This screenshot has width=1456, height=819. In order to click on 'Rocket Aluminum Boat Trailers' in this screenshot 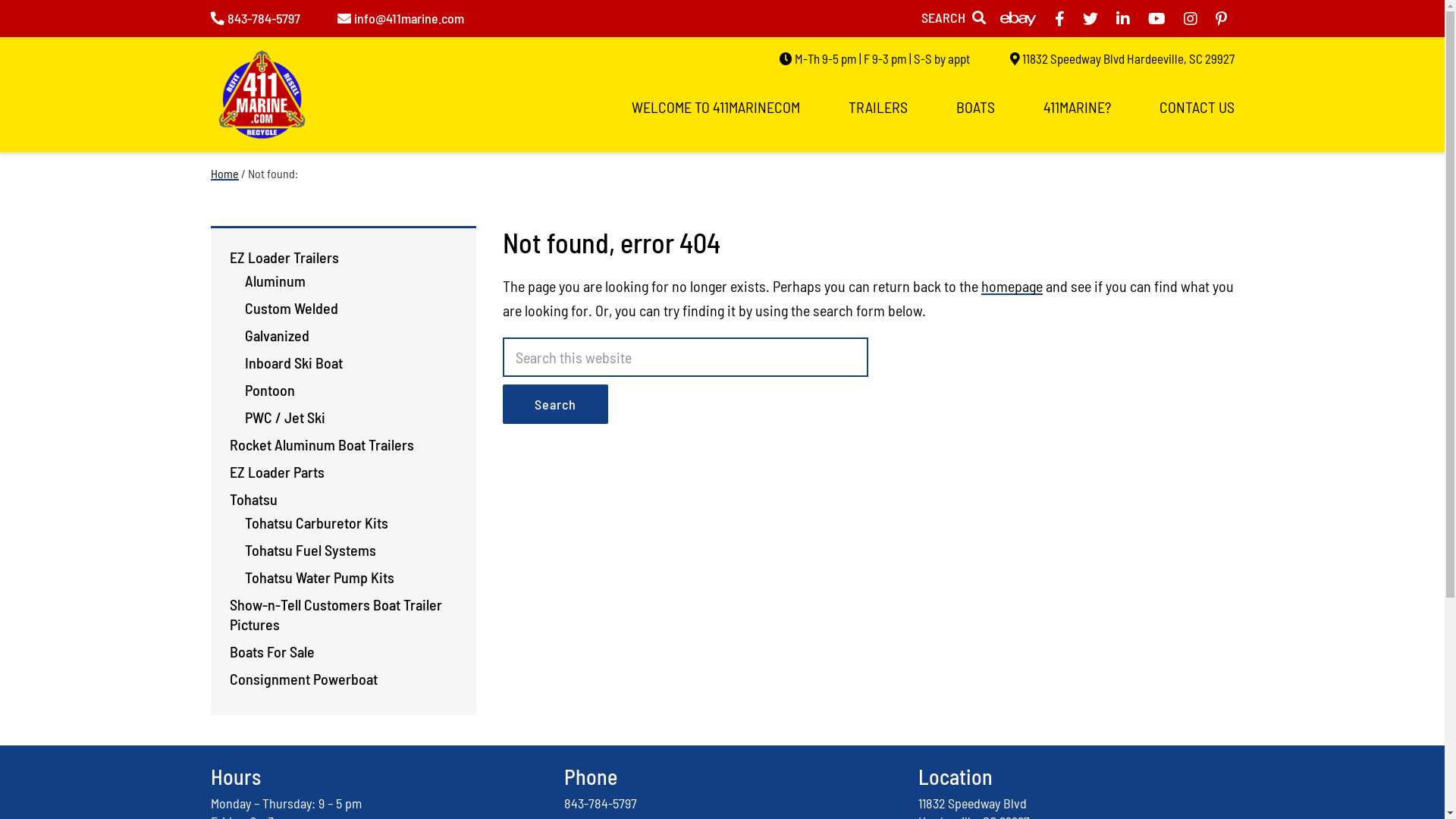, I will do `click(228, 444)`.